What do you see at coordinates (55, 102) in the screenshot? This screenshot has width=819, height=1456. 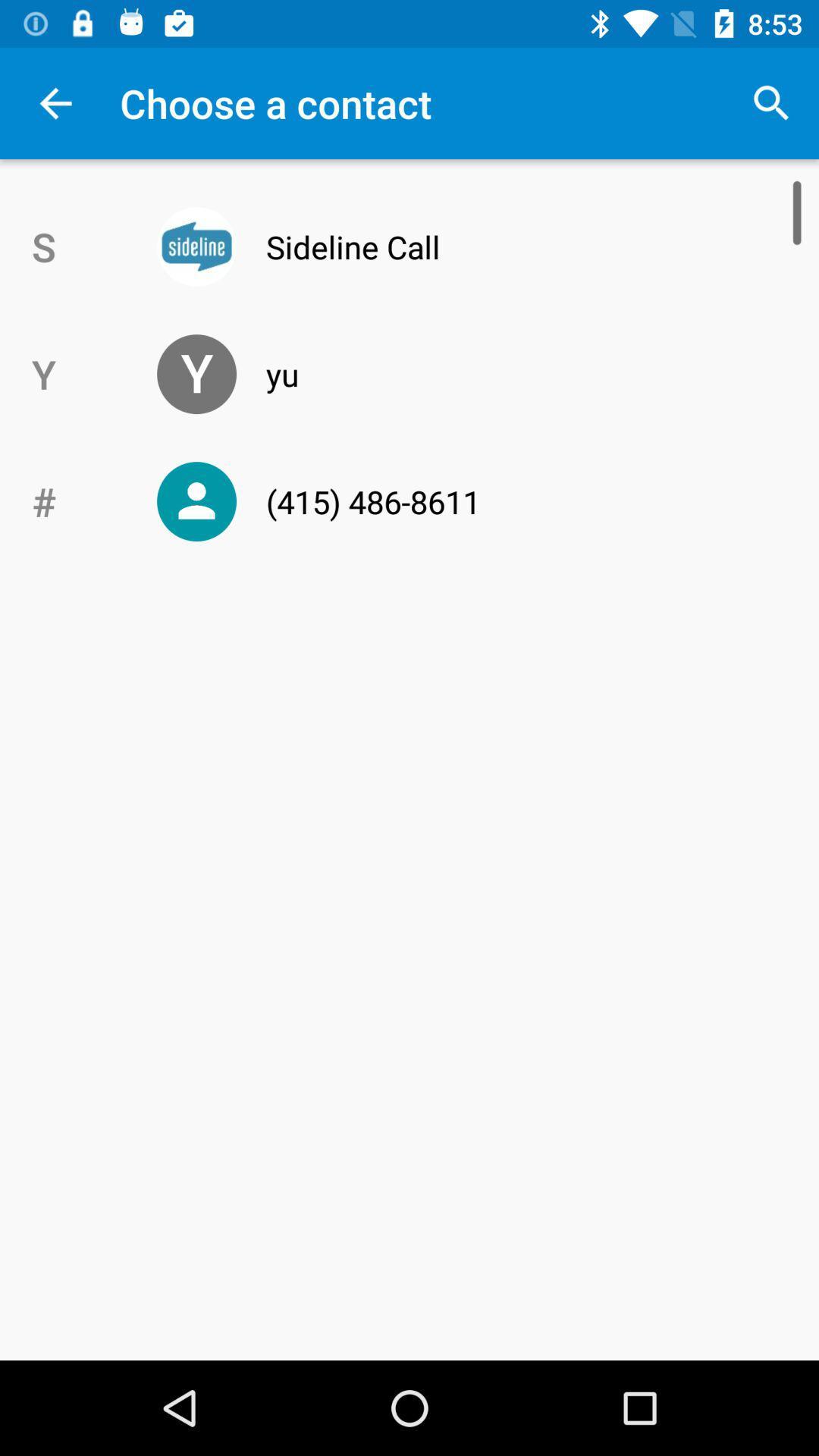 I see `the app above the s icon` at bounding box center [55, 102].